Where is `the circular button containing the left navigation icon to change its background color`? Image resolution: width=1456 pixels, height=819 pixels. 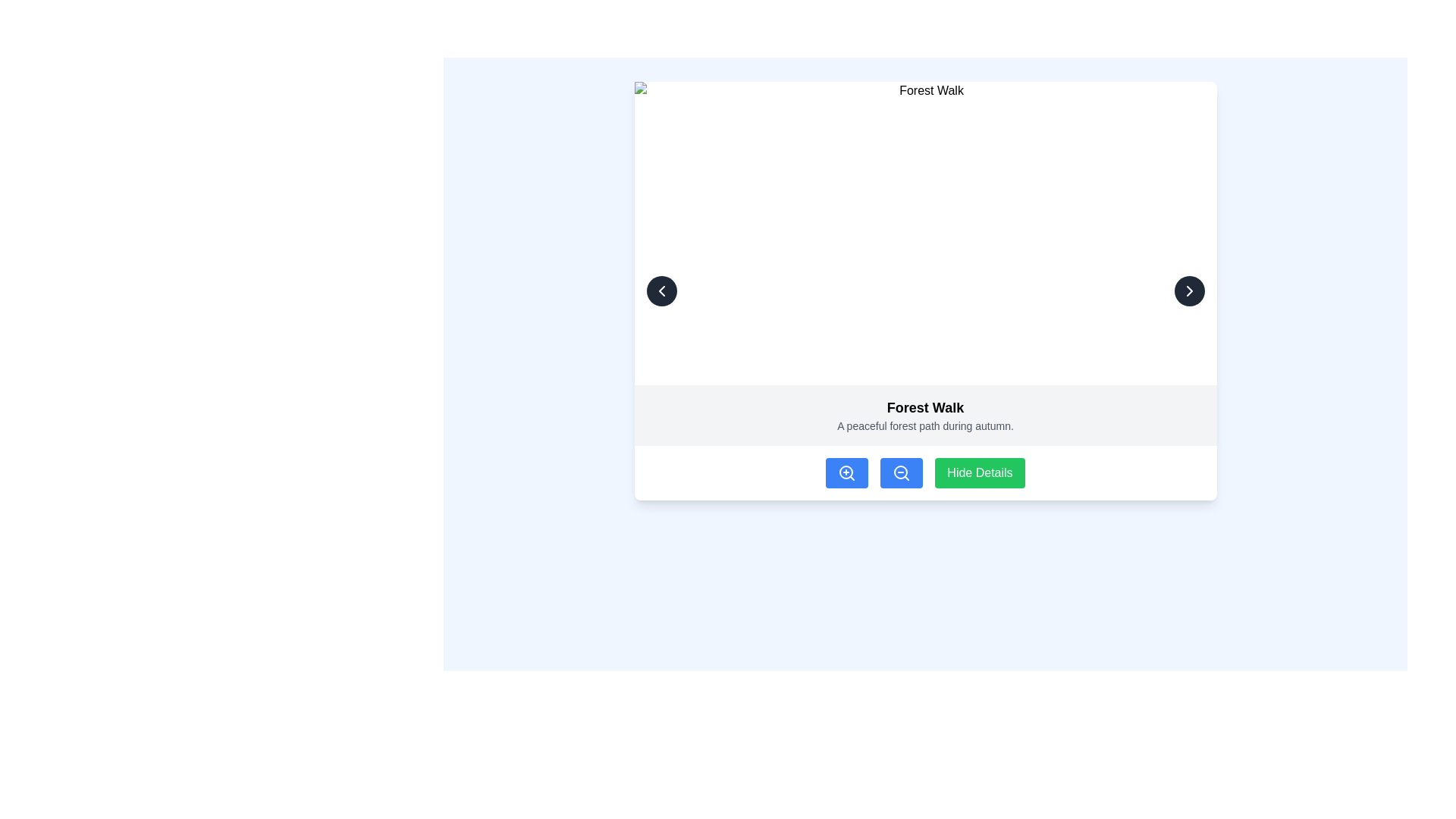 the circular button containing the left navigation icon to change its background color is located at coordinates (661, 291).